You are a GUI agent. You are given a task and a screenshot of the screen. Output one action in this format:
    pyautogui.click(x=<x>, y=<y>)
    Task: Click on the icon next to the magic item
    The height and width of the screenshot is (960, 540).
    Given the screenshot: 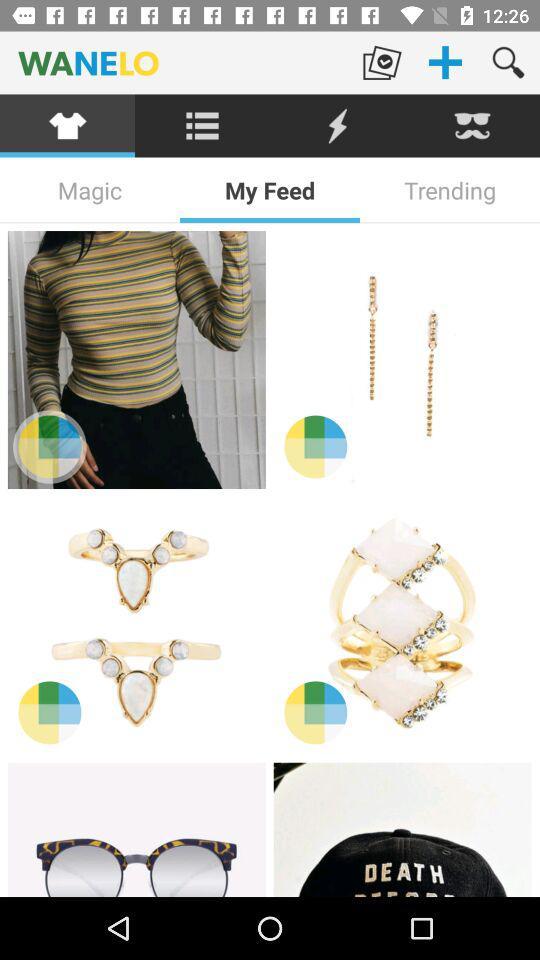 What is the action you would take?
    pyautogui.click(x=270, y=190)
    